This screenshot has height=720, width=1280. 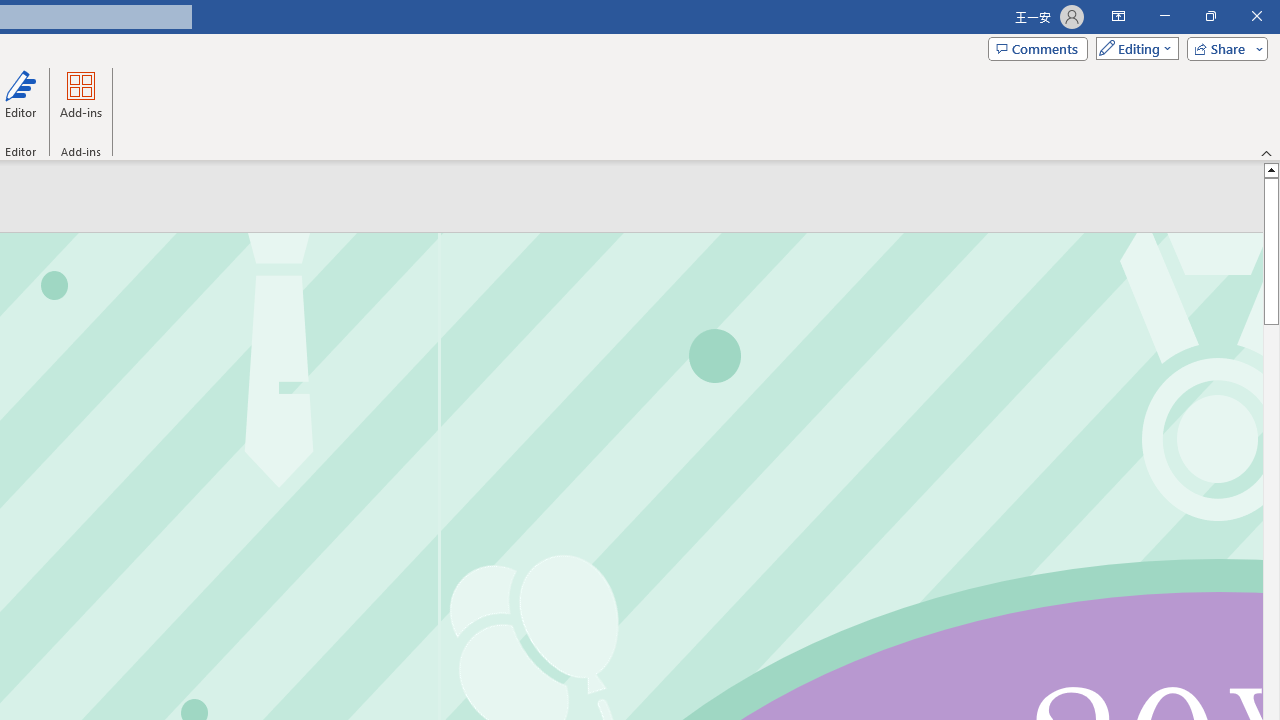 I want to click on 'Line up', so click(x=1270, y=168).